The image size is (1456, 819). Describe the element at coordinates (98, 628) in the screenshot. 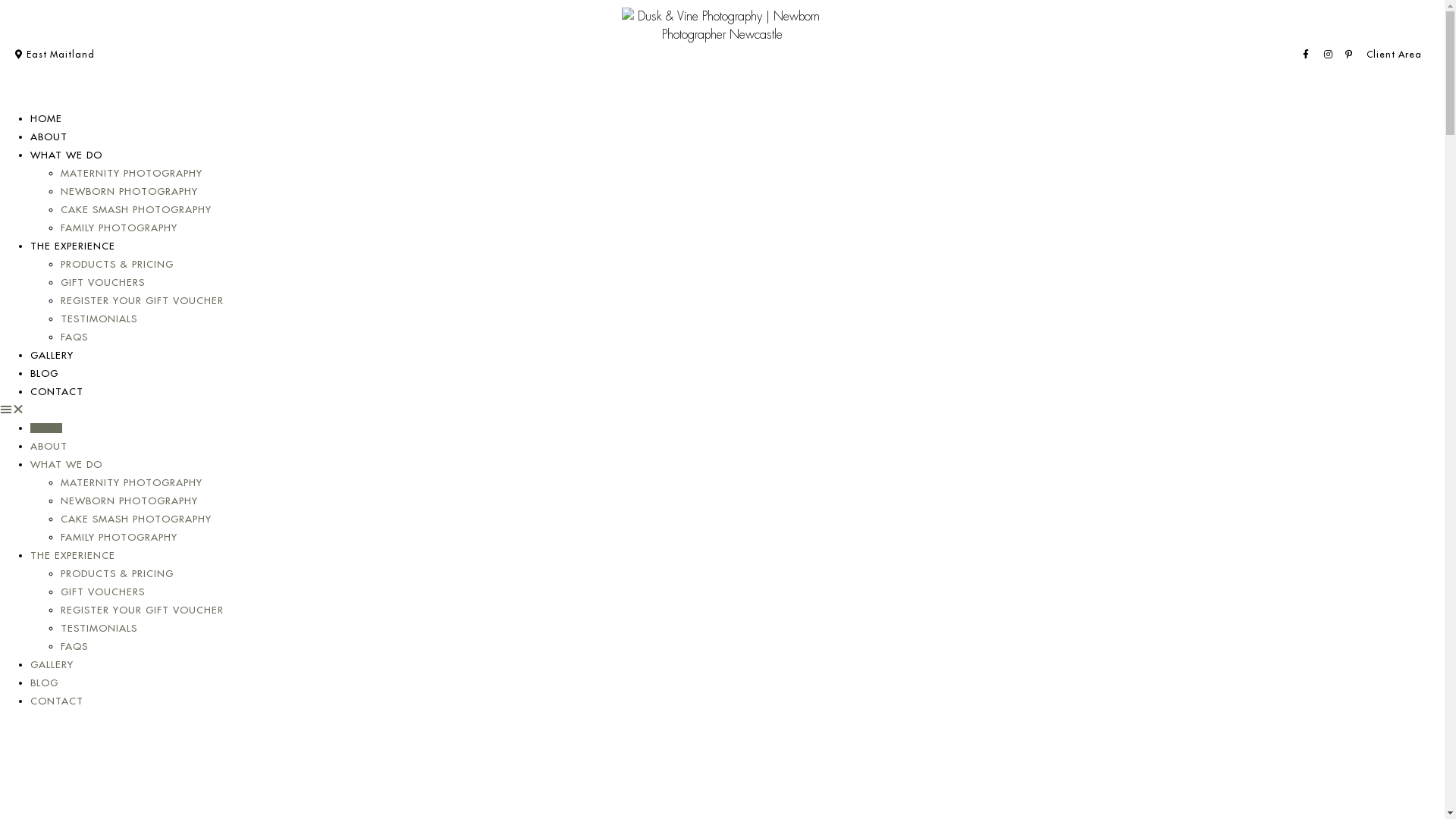

I see `'TESTIMONIALS'` at that location.